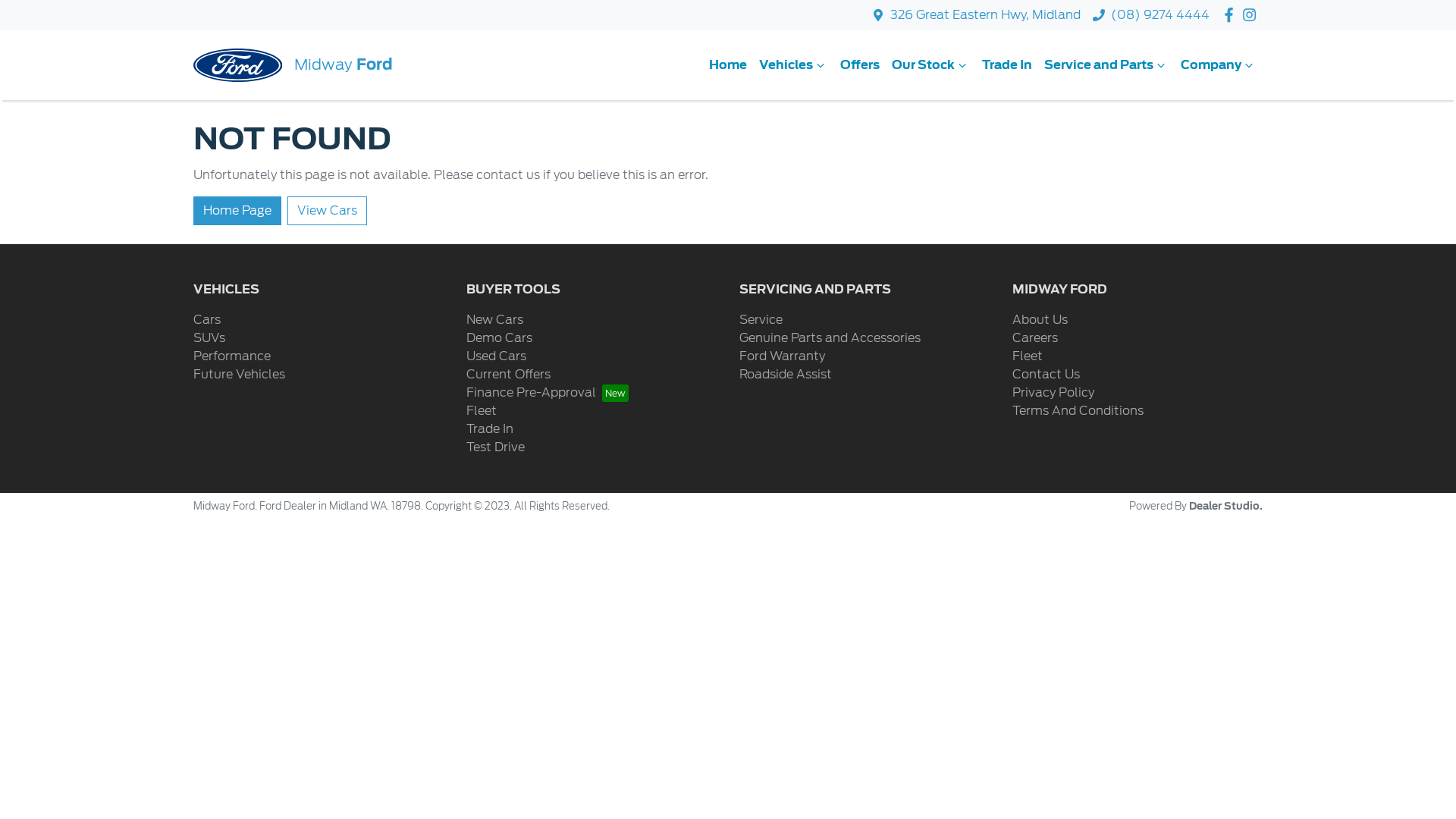 Image resolution: width=1456 pixels, height=819 pixels. I want to click on 'Vehicles', so click(792, 64).